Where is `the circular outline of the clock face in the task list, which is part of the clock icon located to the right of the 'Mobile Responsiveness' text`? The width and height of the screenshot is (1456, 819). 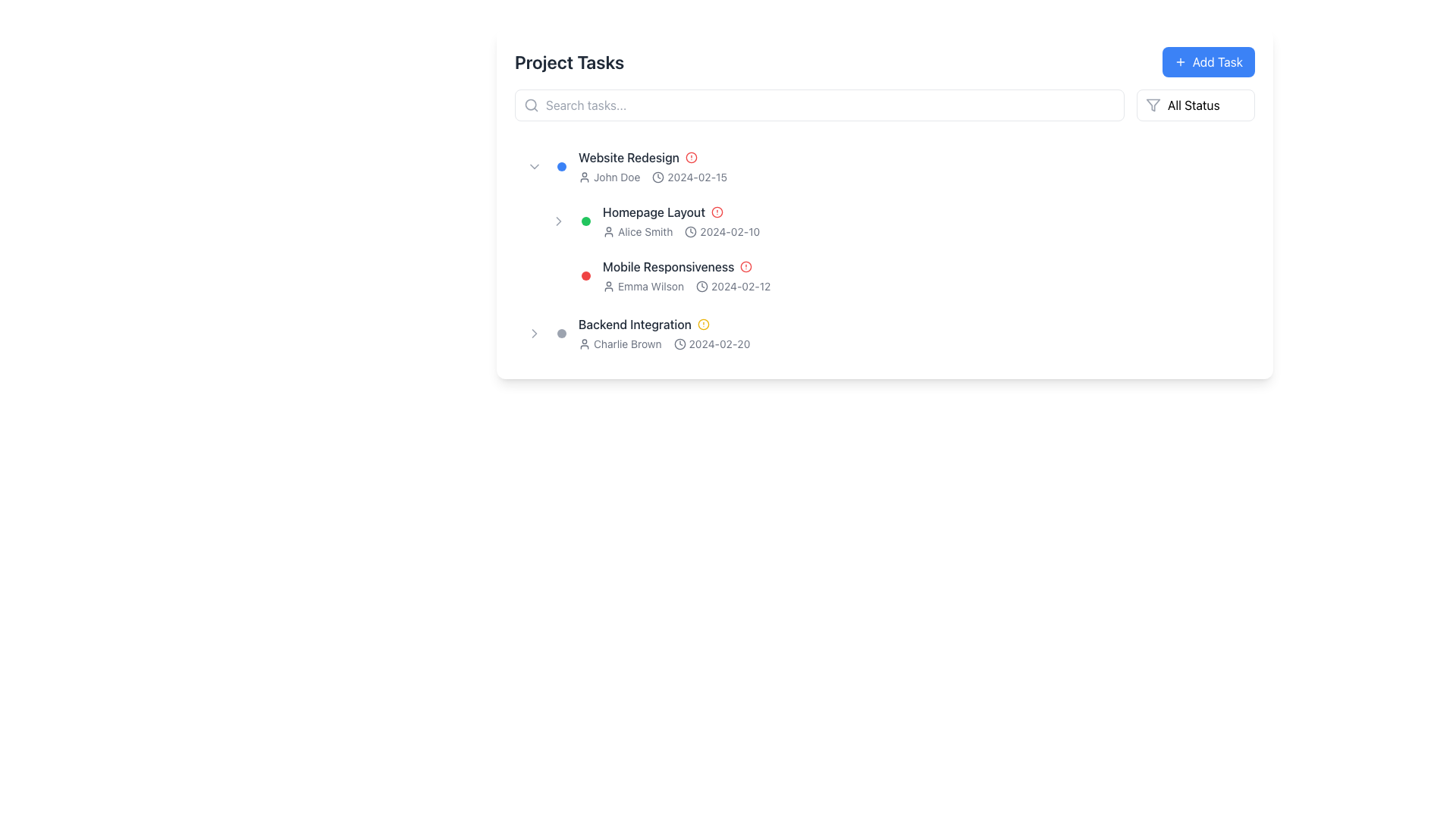
the circular outline of the clock face in the task list, which is part of the clock icon located to the right of the 'Mobile Responsiveness' text is located at coordinates (679, 344).